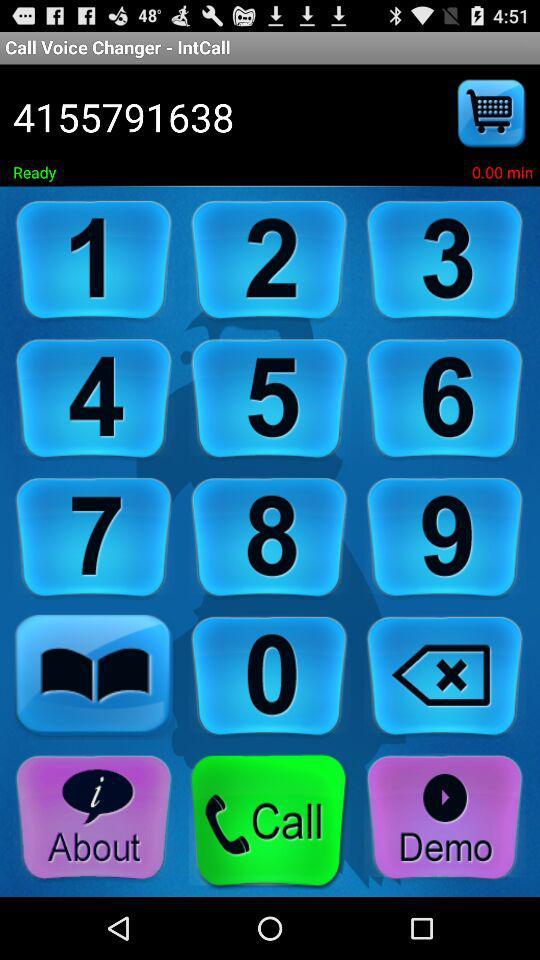 Image resolution: width=540 pixels, height=960 pixels. I want to click on press to select the four number to dial, so click(93, 398).